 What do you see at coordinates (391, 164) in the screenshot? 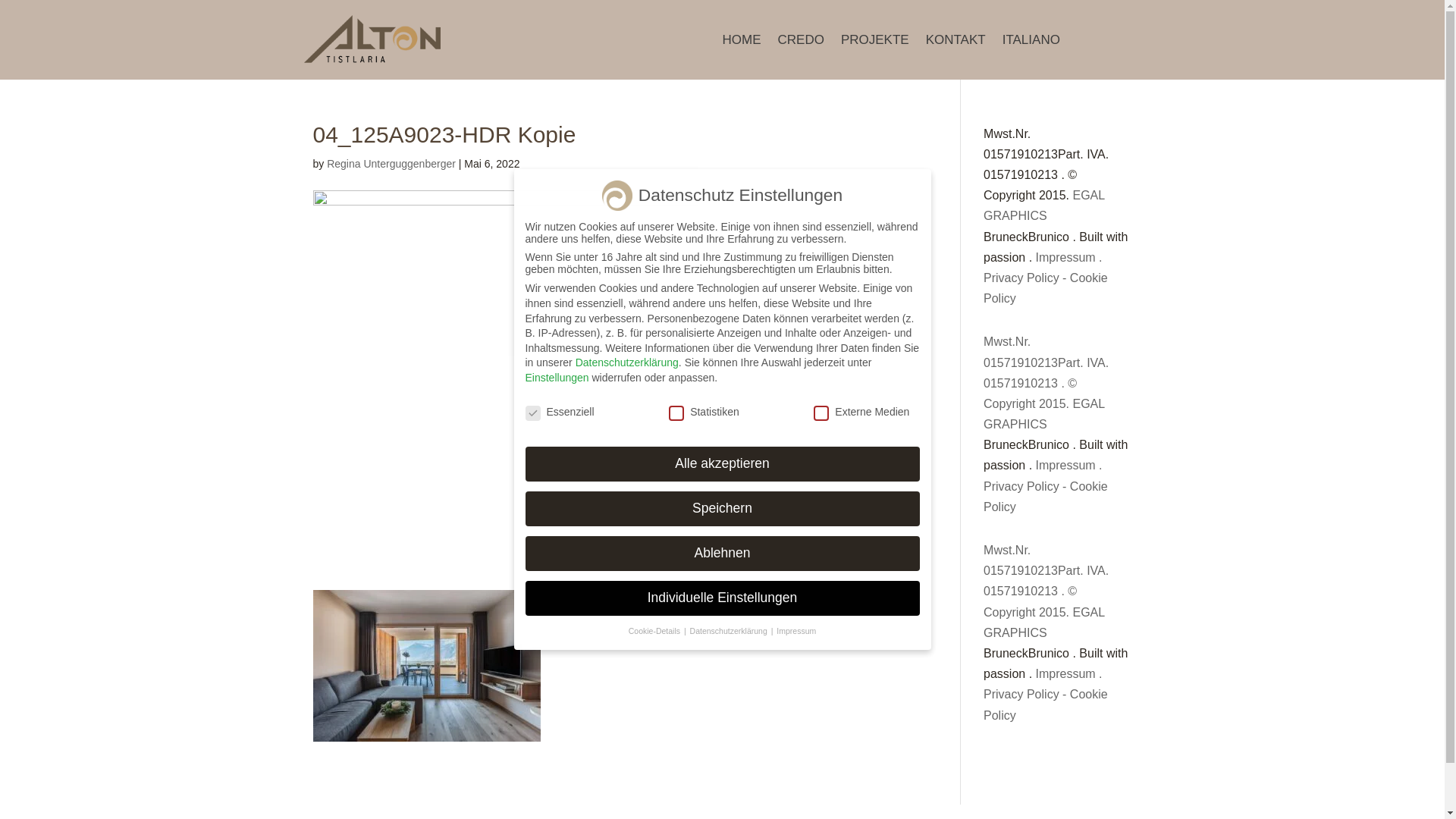
I see `'Regina Unterguggenberger'` at bounding box center [391, 164].